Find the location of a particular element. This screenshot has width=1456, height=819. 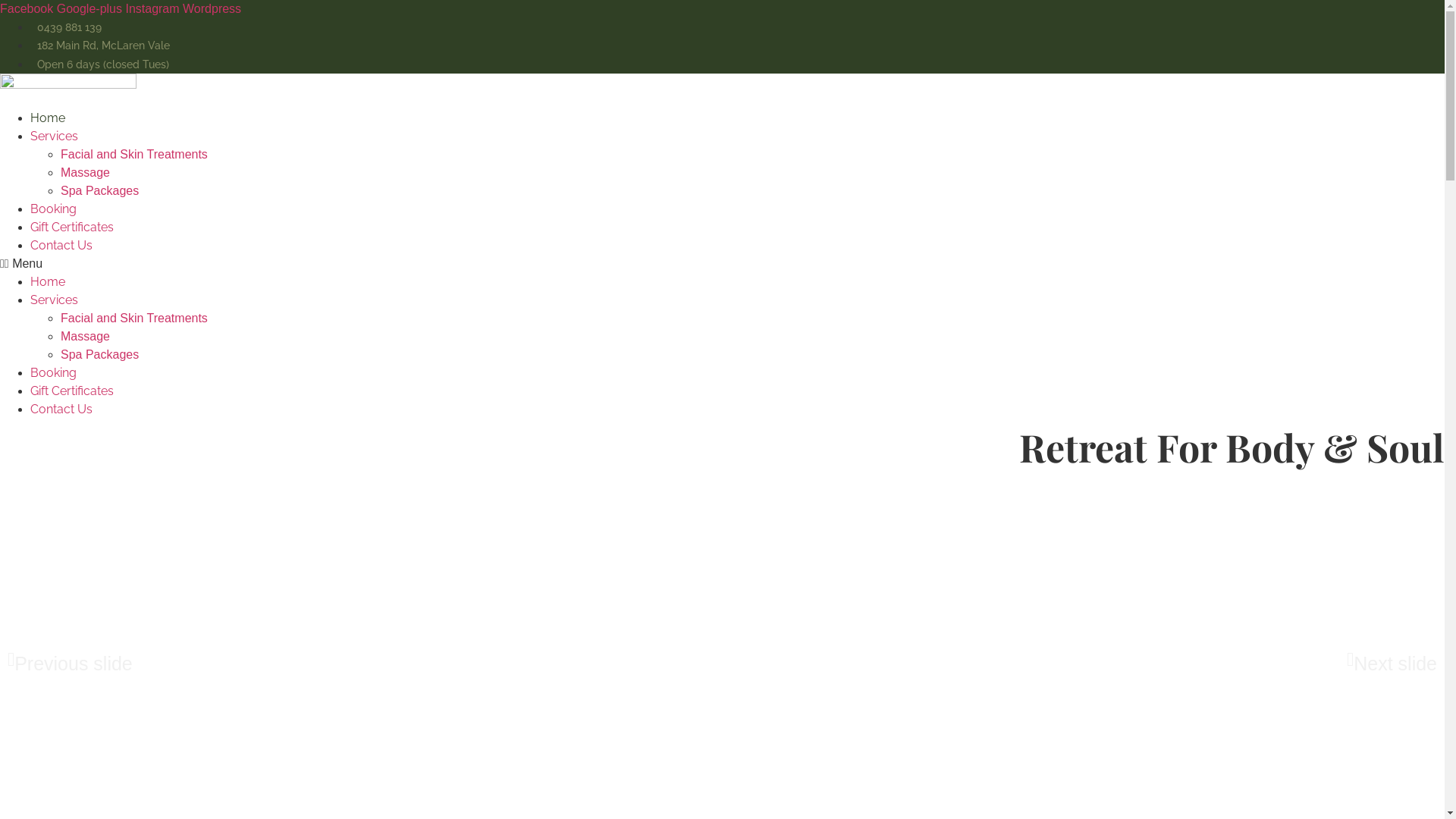

'Facial and Skin Treatments' is located at coordinates (134, 154).